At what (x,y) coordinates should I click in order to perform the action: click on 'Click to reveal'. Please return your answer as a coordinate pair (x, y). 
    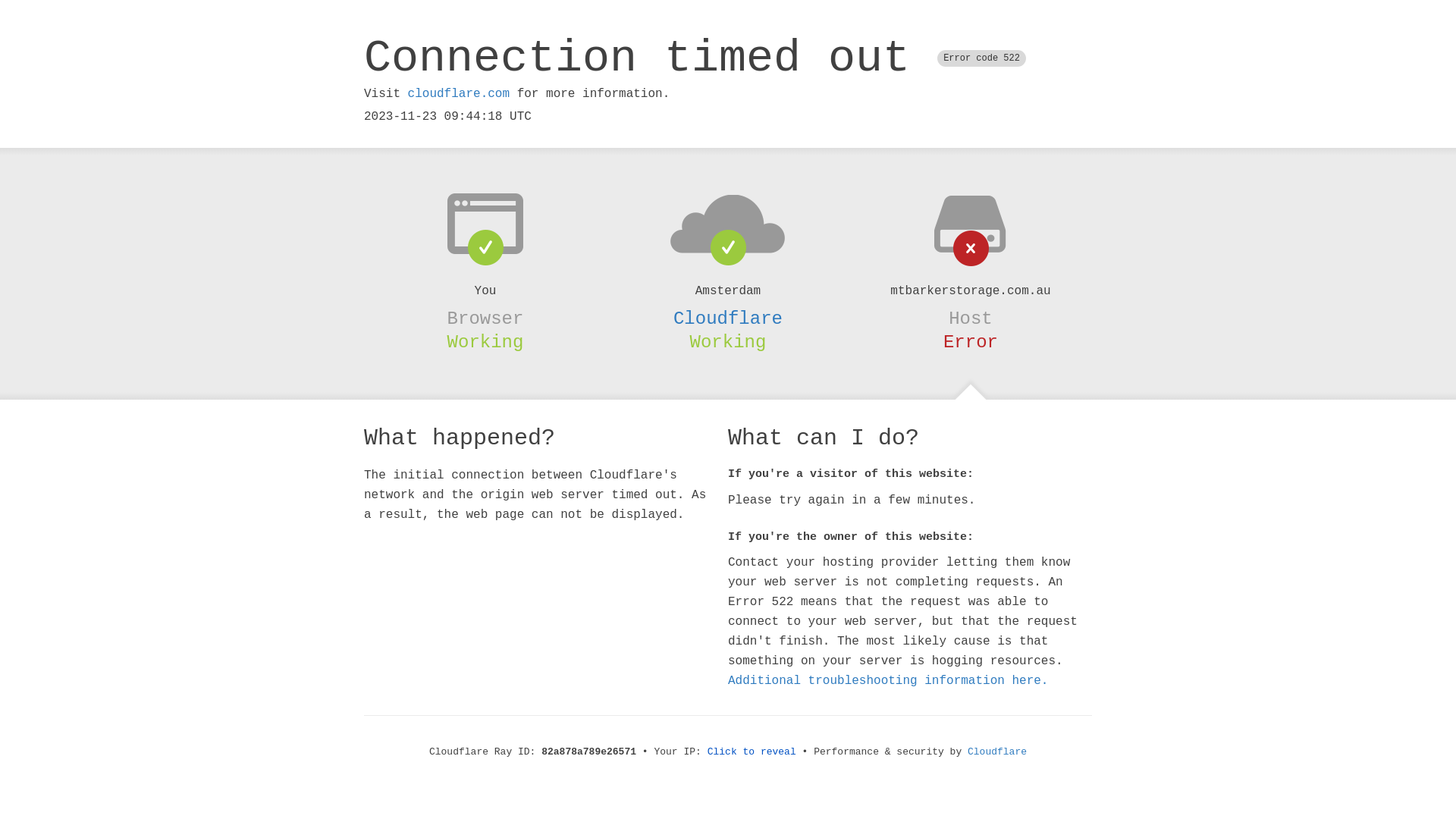
    Looking at the image, I should click on (752, 752).